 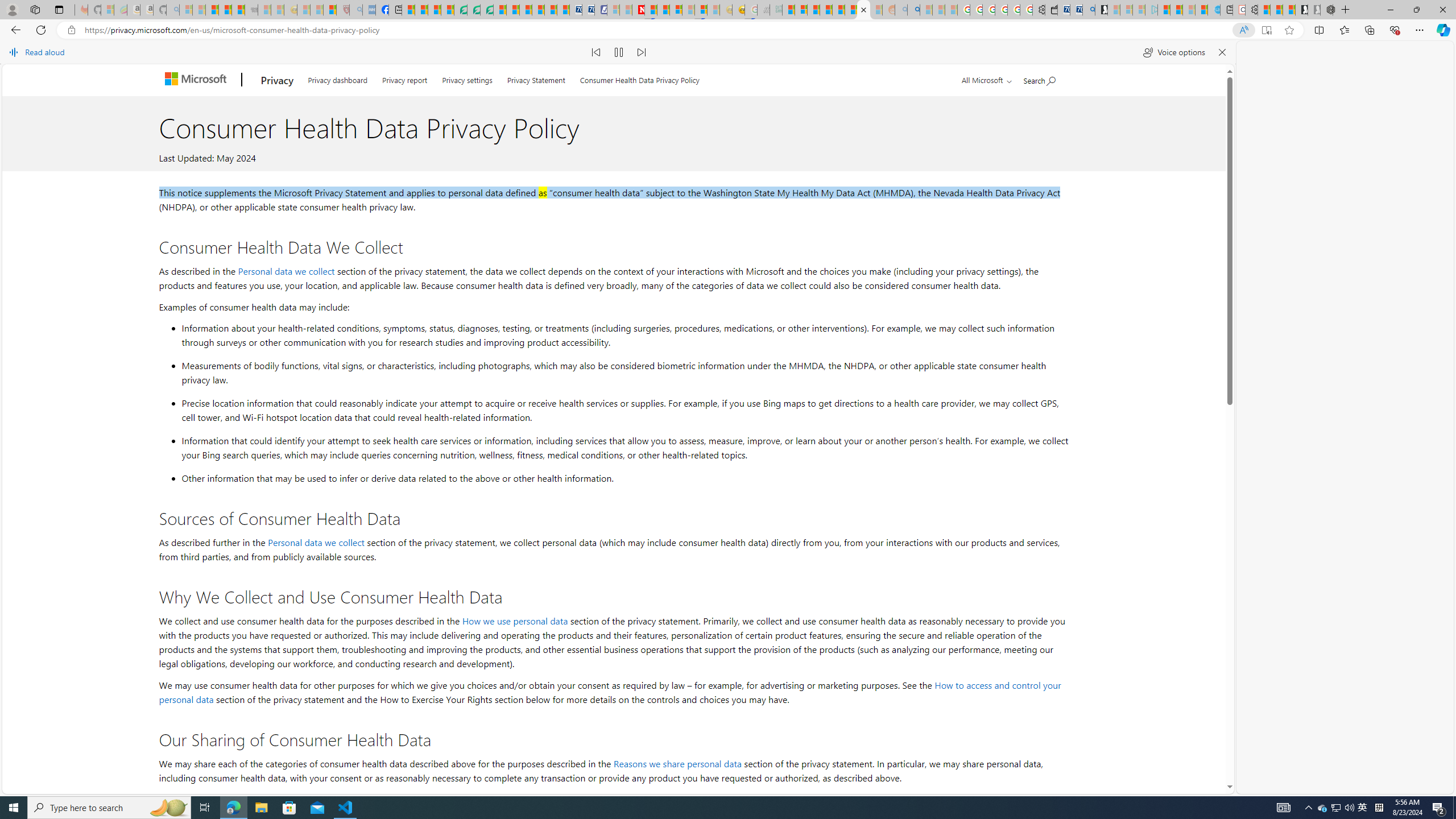 What do you see at coordinates (1039, 78) in the screenshot?
I see `'Search Microsoft.com'` at bounding box center [1039, 78].